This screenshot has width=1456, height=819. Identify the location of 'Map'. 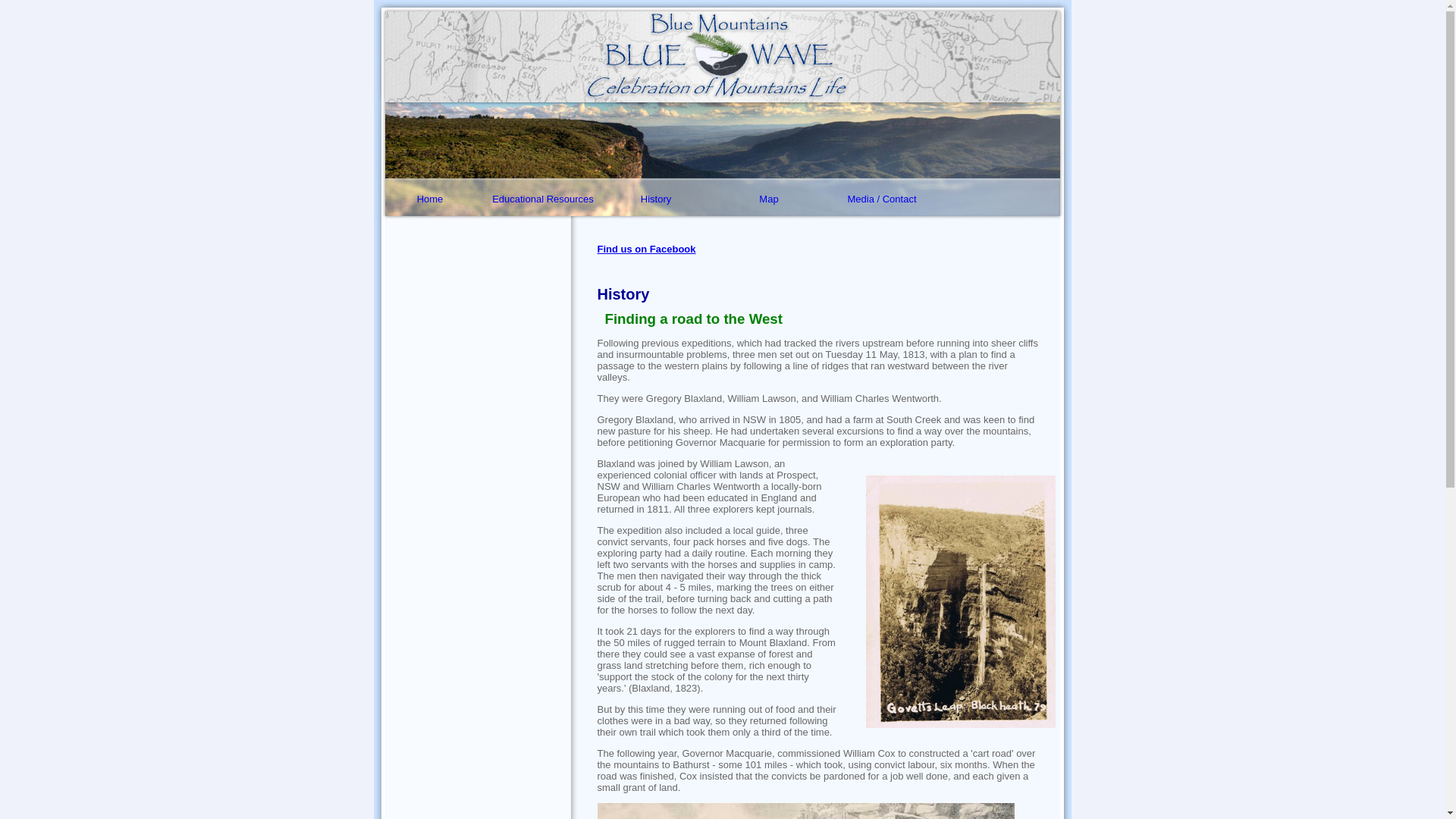
(769, 198).